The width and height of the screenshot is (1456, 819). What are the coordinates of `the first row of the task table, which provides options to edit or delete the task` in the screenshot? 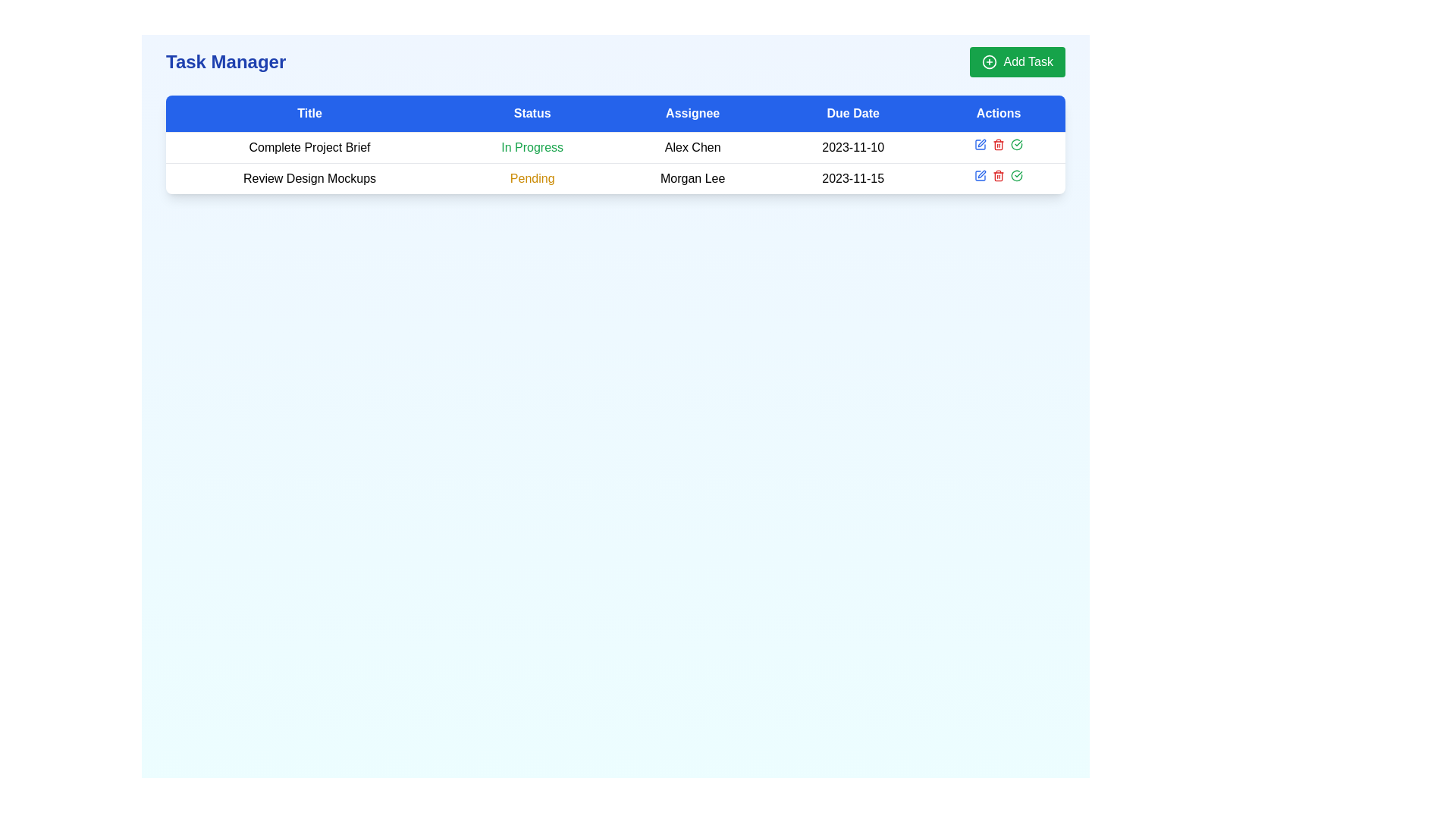 It's located at (615, 148).